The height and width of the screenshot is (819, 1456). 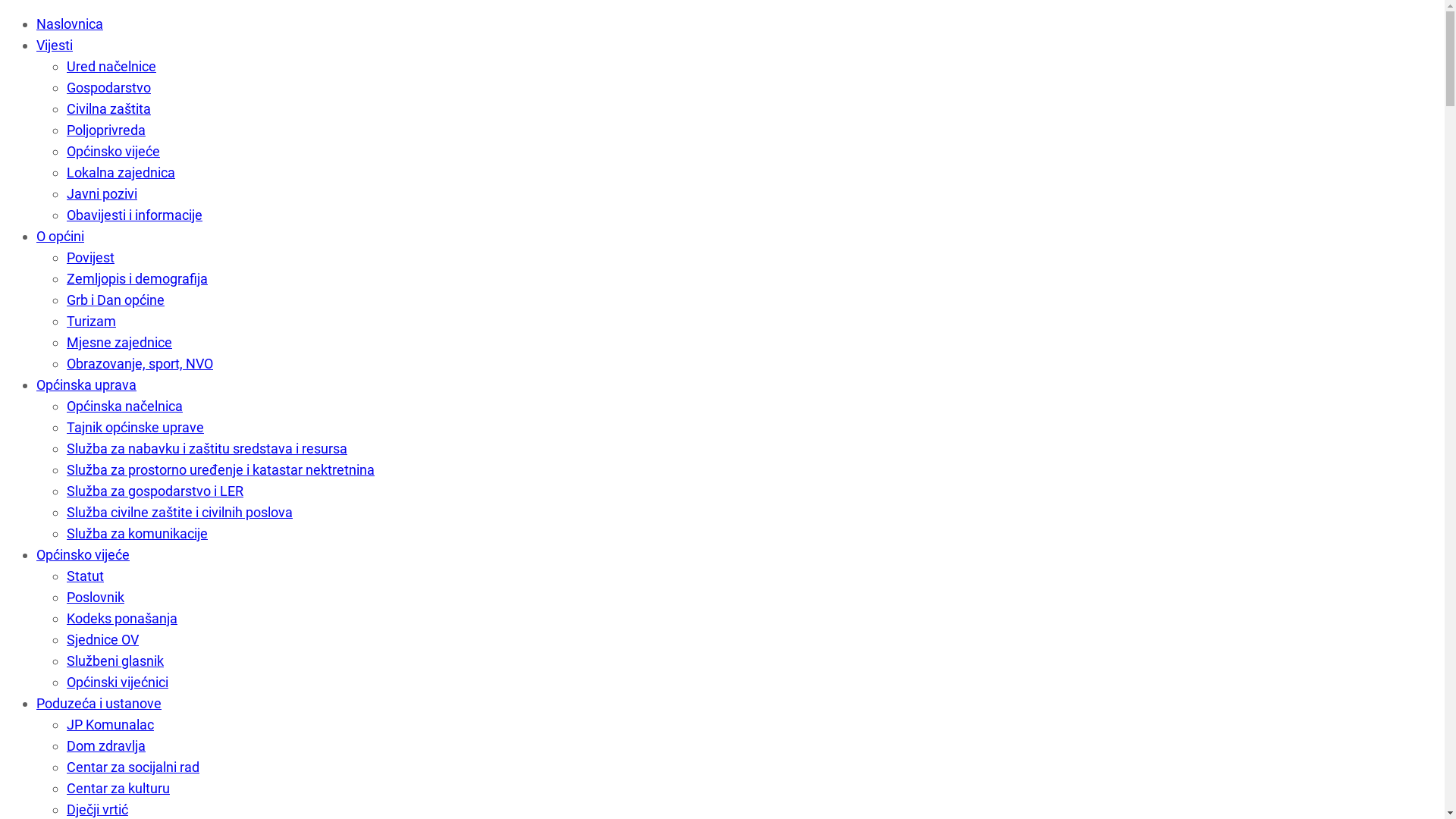 I want to click on 'Poljoprivreda', so click(x=105, y=129).